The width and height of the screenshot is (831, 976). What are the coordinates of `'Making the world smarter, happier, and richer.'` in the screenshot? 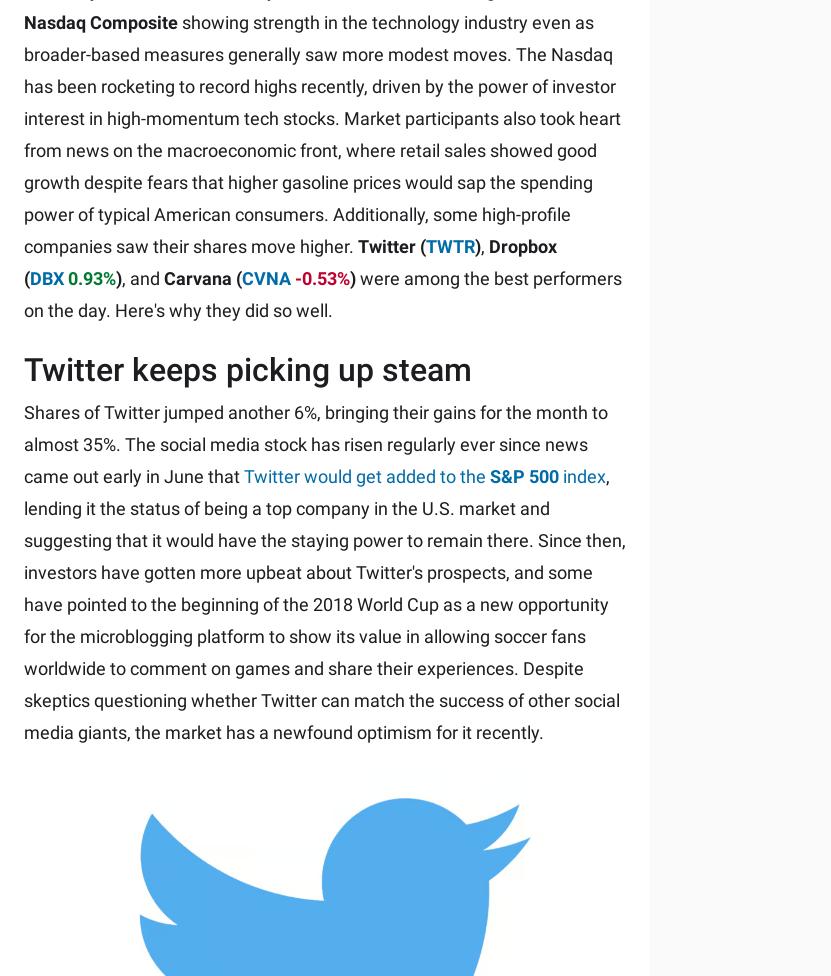 It's located at (22, 181).